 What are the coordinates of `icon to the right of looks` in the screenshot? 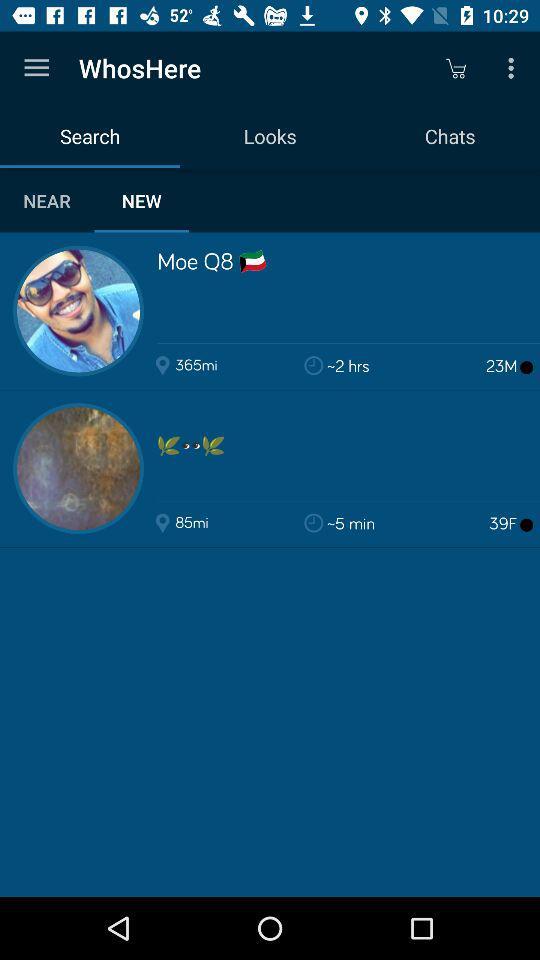 It's located at (455, 68).